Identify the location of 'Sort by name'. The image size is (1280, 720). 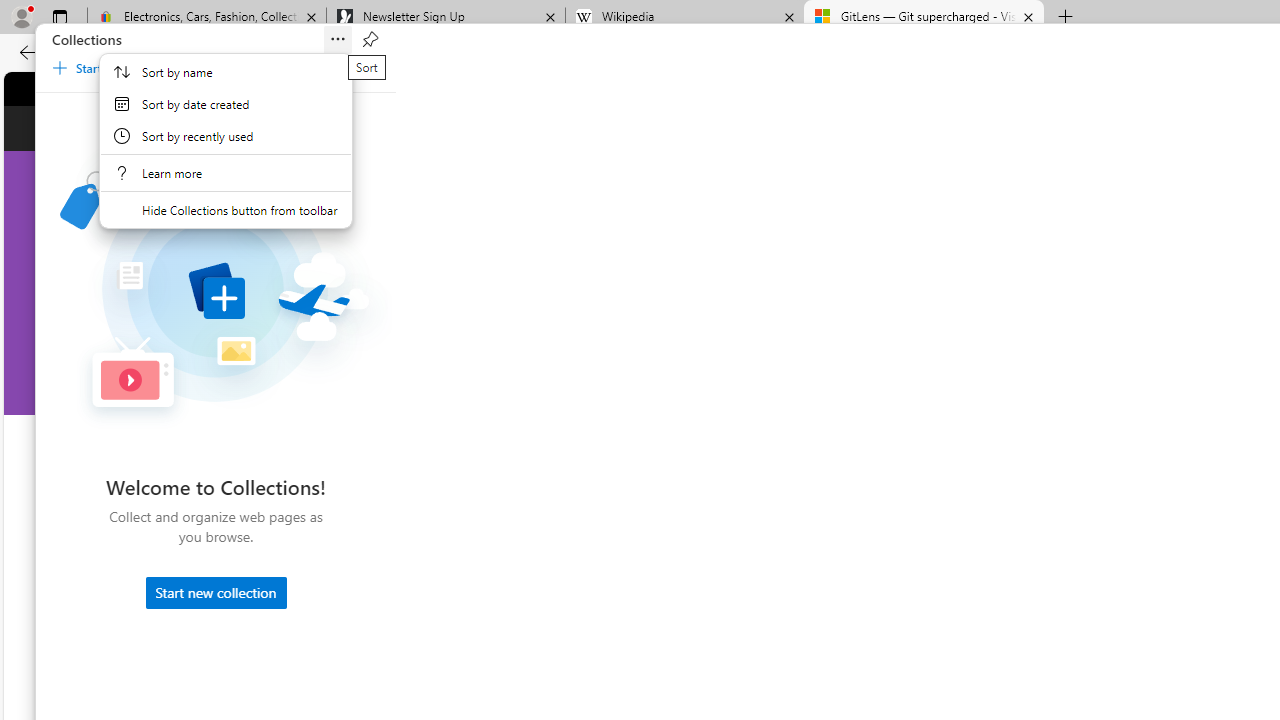
(225, 71).